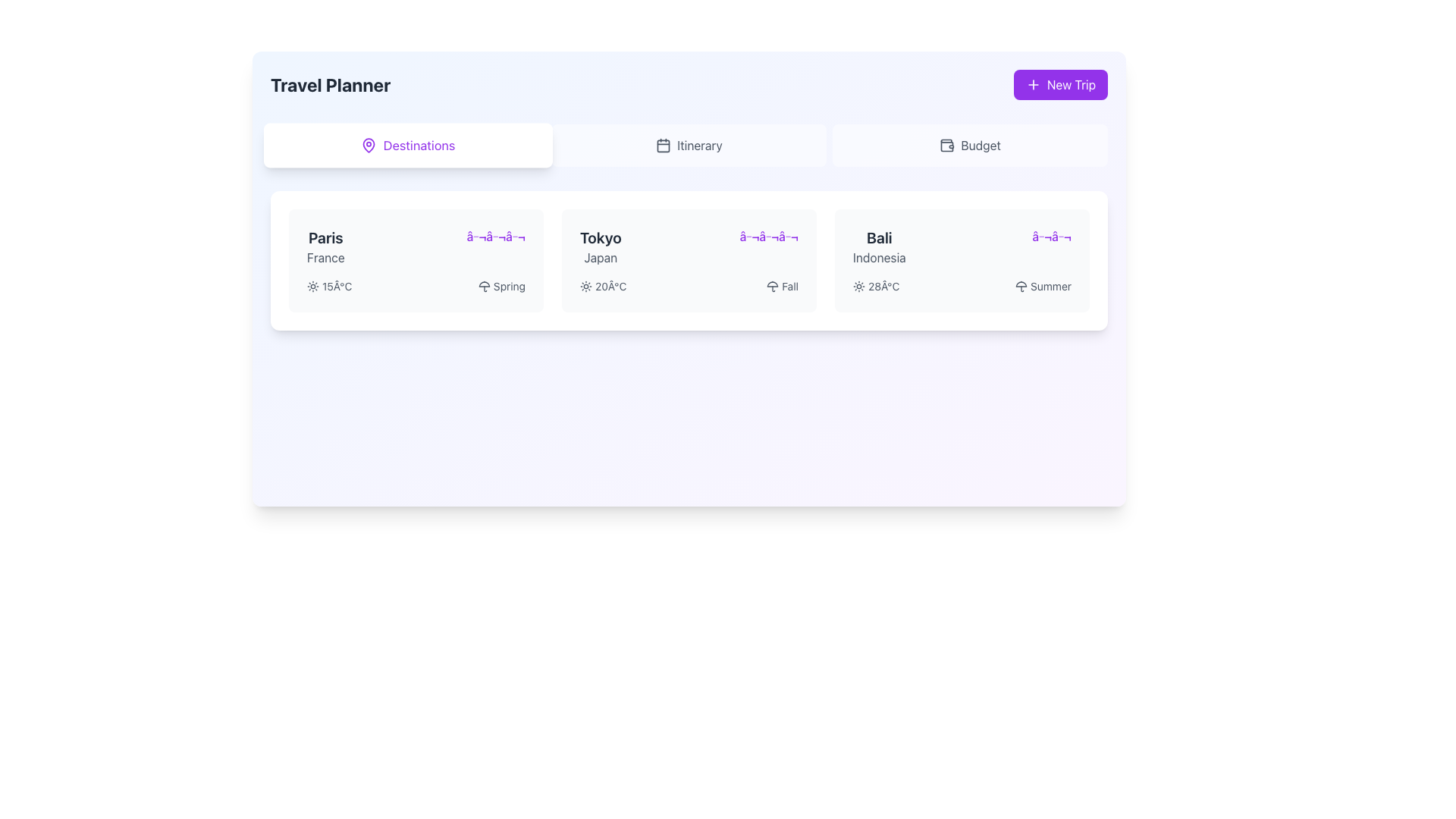 The image size is (1456, 819). Describe the element at coordinates (600, 256) in the screenshot. I see `the text label 'Japan' styled in subdued gray, located below the title 'Tokyo' within the card representing the Tokyo destination` at that location.